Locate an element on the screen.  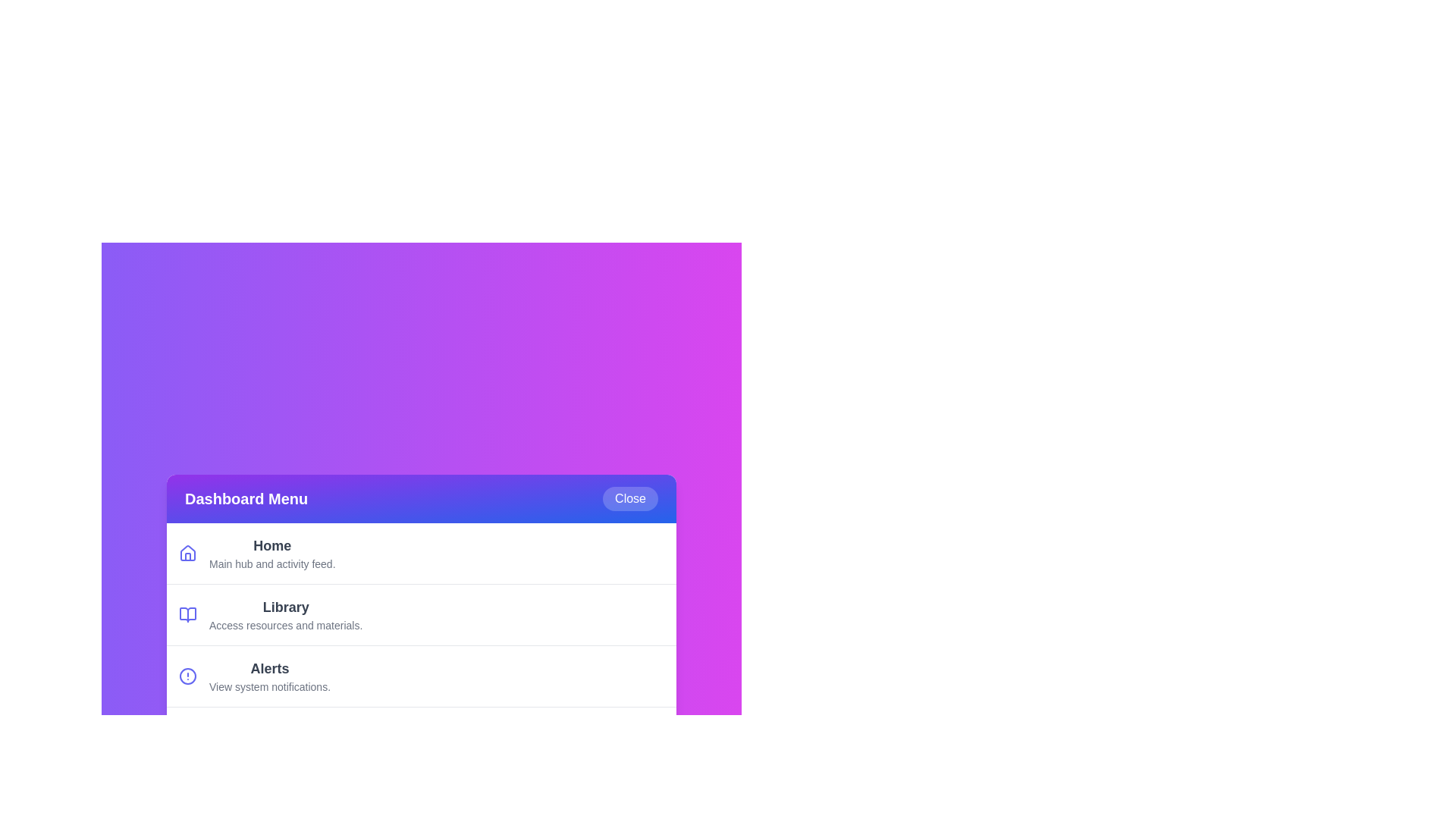
the icon associated with the menu item Home is located at coordinates (187, 553).